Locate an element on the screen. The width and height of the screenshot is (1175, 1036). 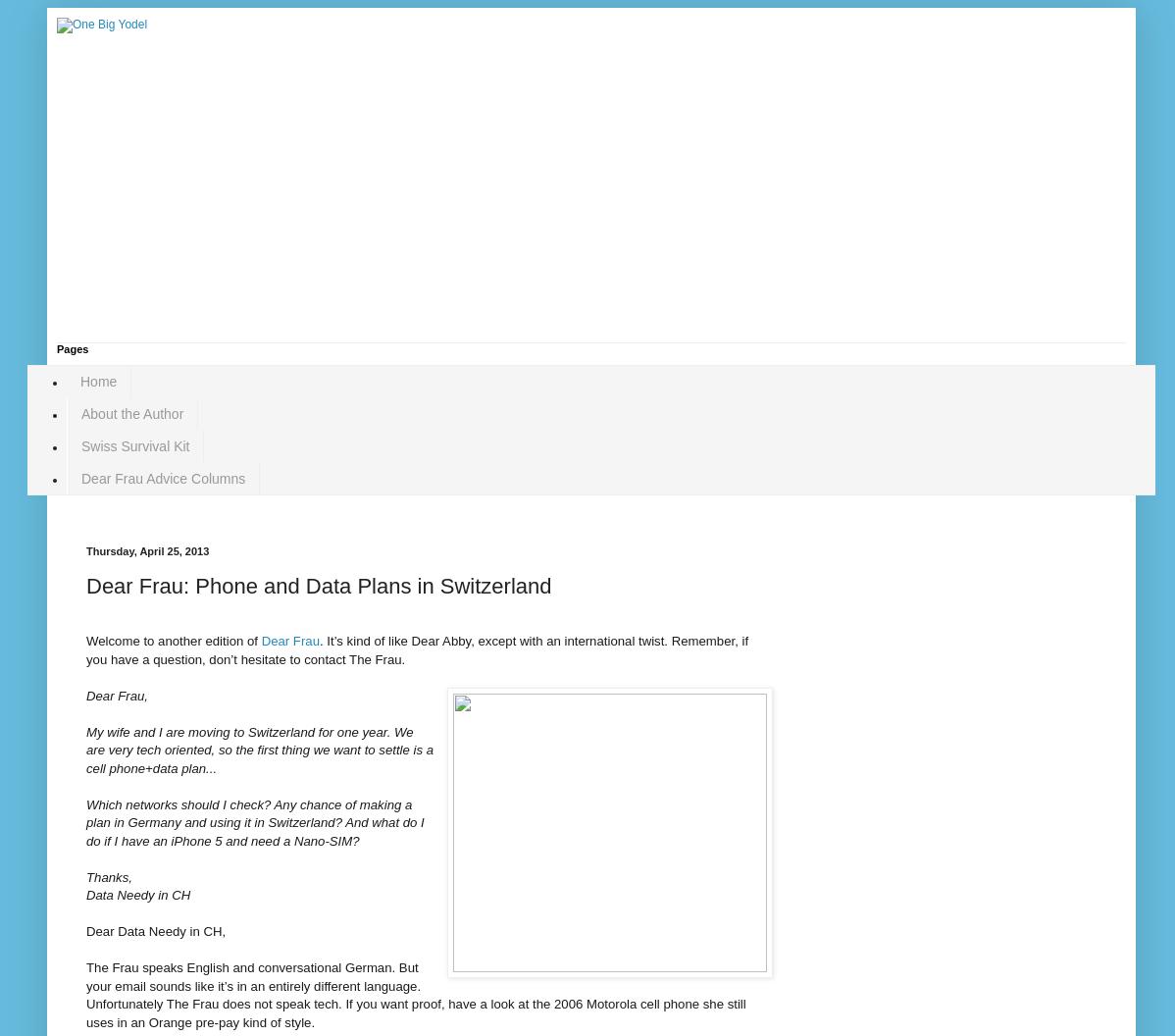
'Welcome to
another edition of' is located at coordinates (172, 640).